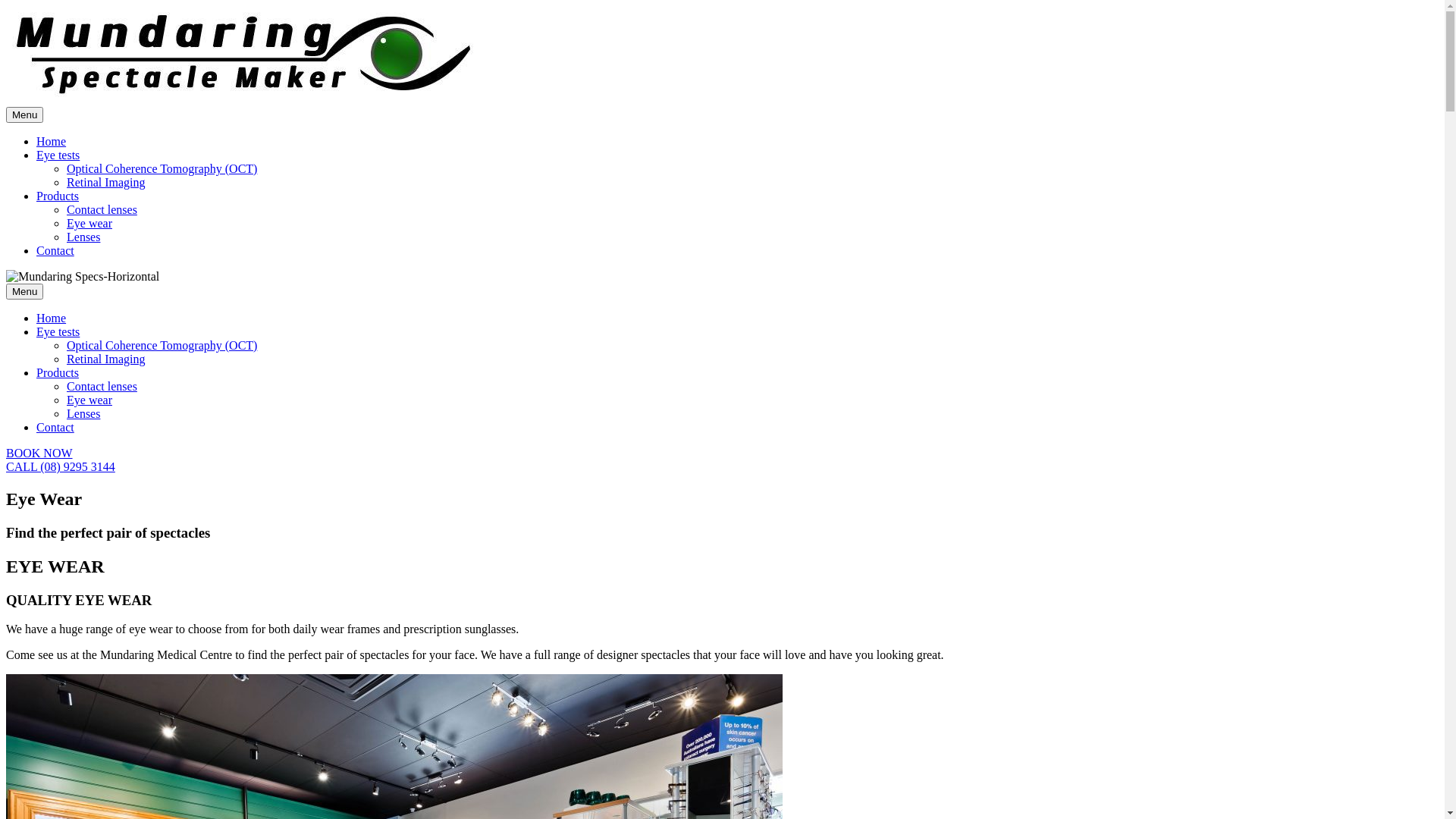  Describe the element at coordinates (162, 168) in the screenshot. I see `'Optical Coherence Tomography (OCT)'` at that location.